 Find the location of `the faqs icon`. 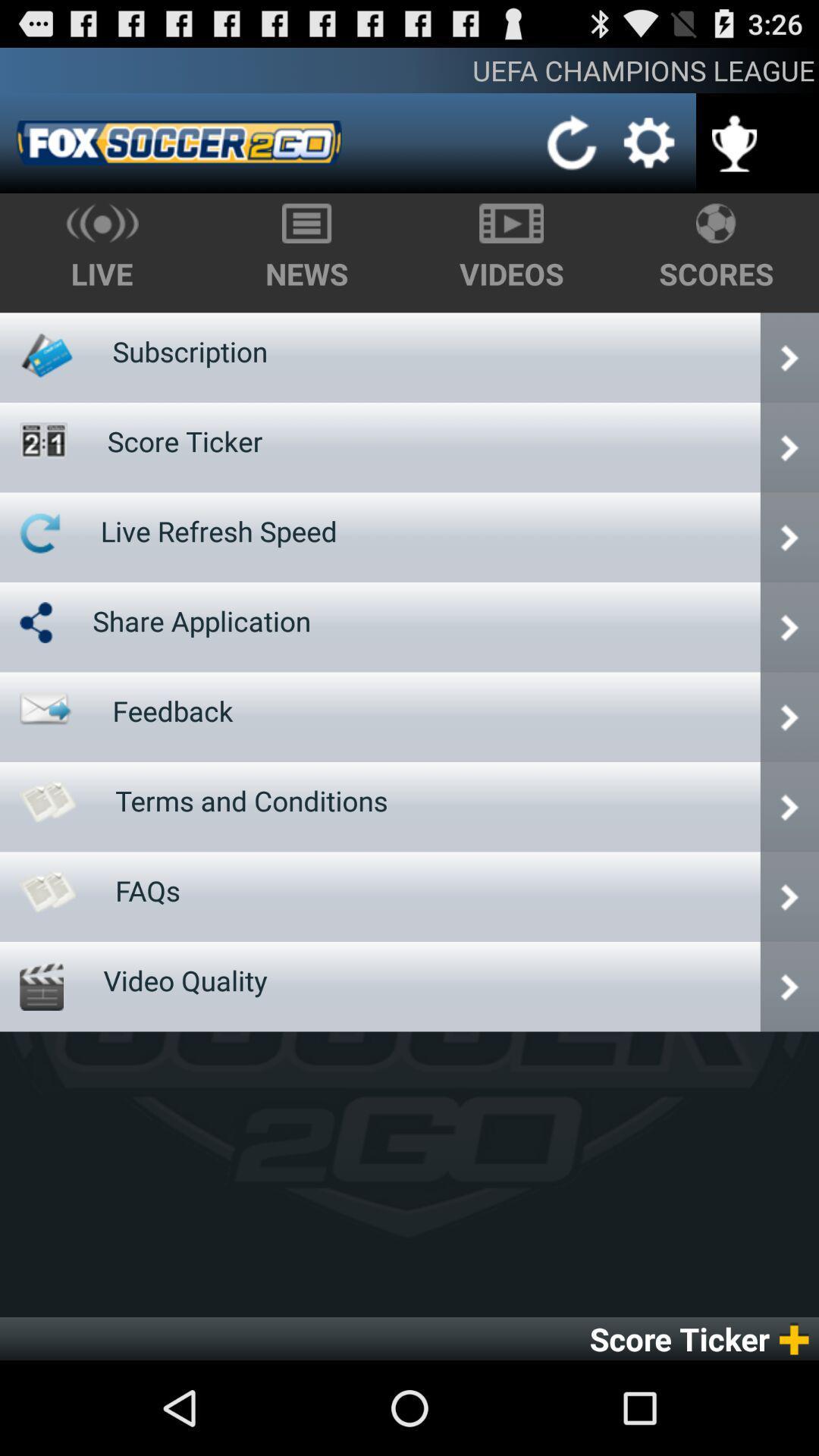

the faqs icon is located at coordinates (148, 890).